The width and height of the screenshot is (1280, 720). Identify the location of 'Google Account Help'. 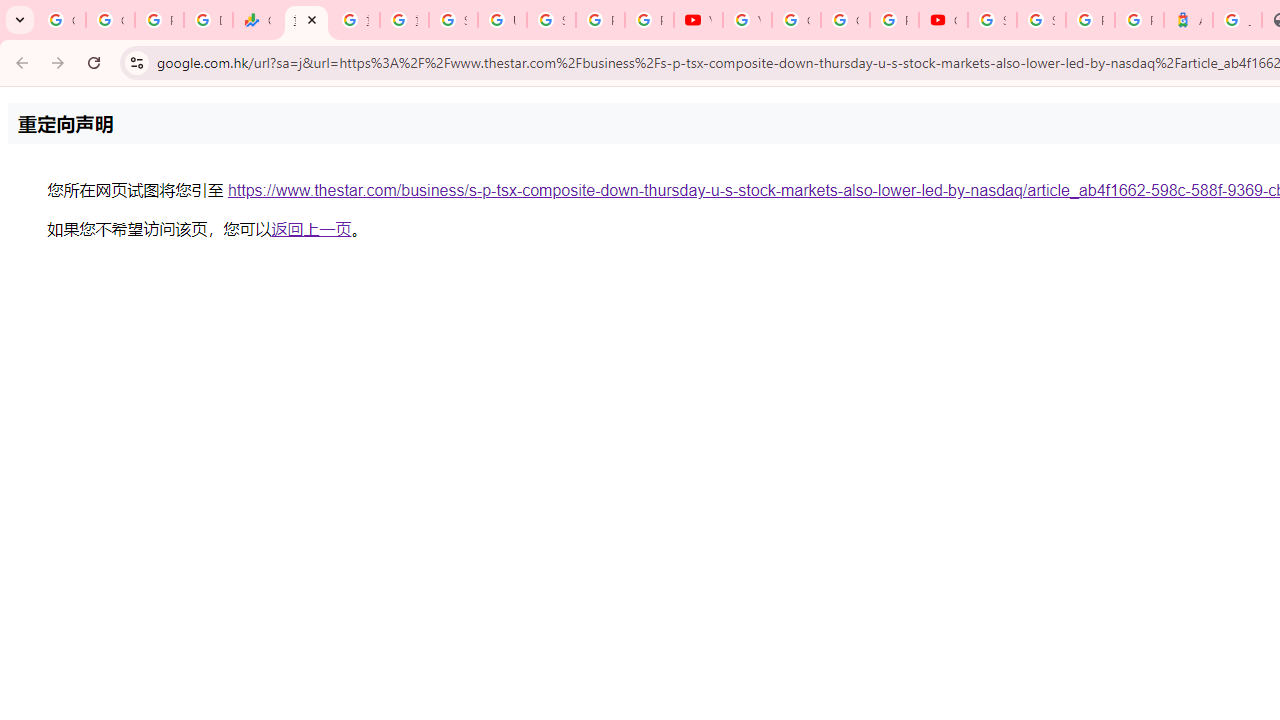
(795, 20).